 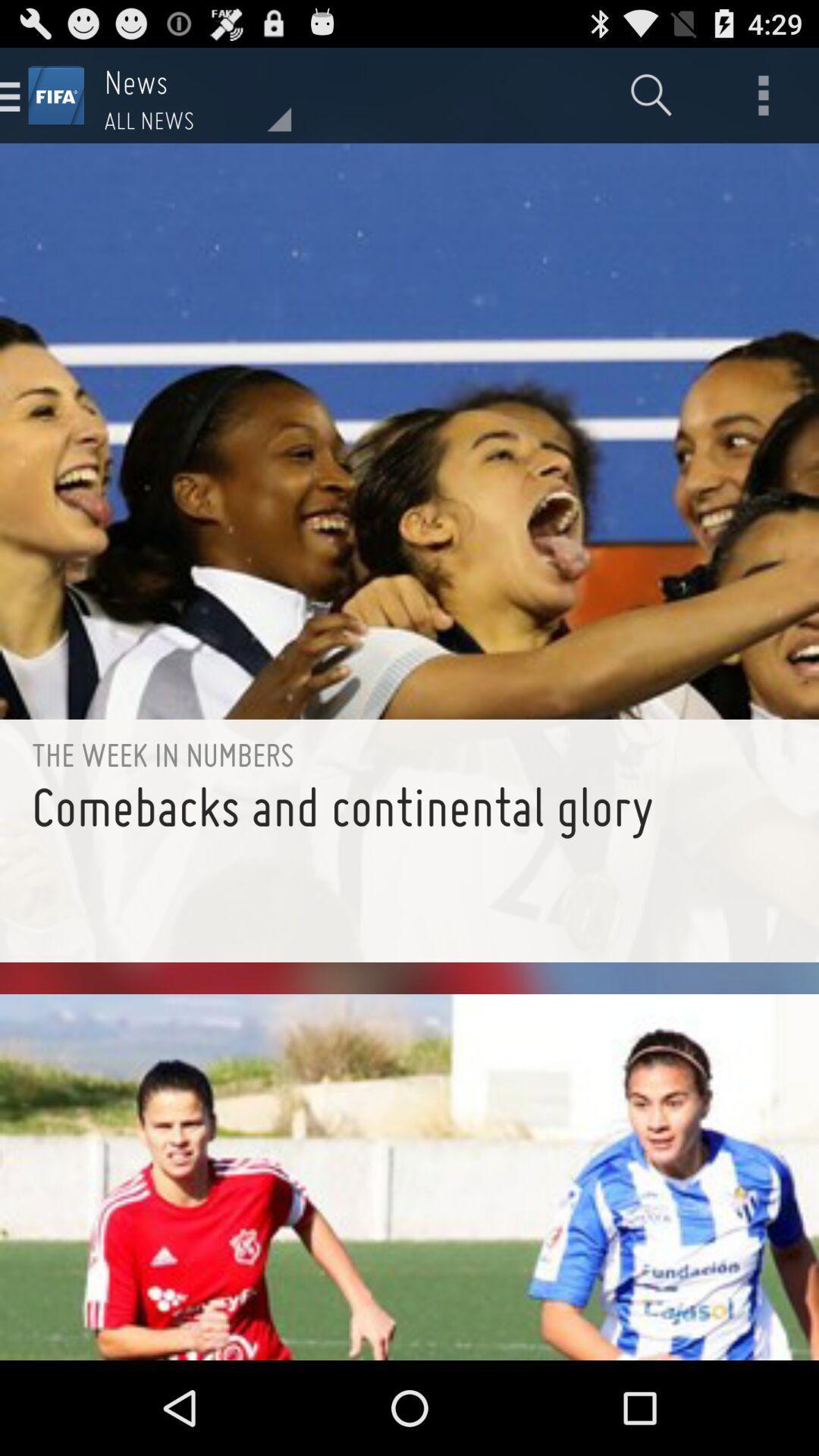 I want to click on the the week in item, so click(x=409, y=755).